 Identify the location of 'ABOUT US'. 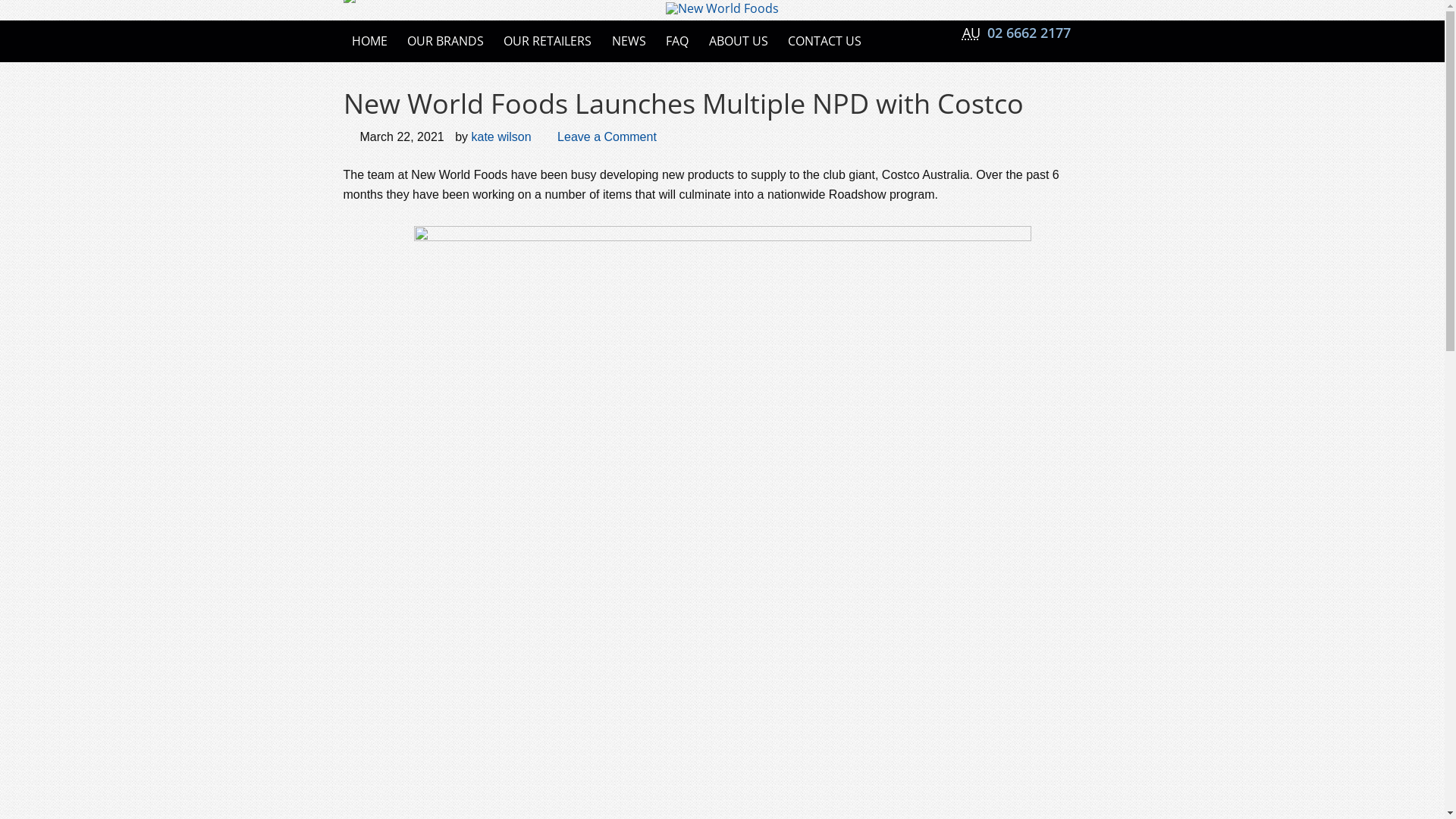
(698, 40).